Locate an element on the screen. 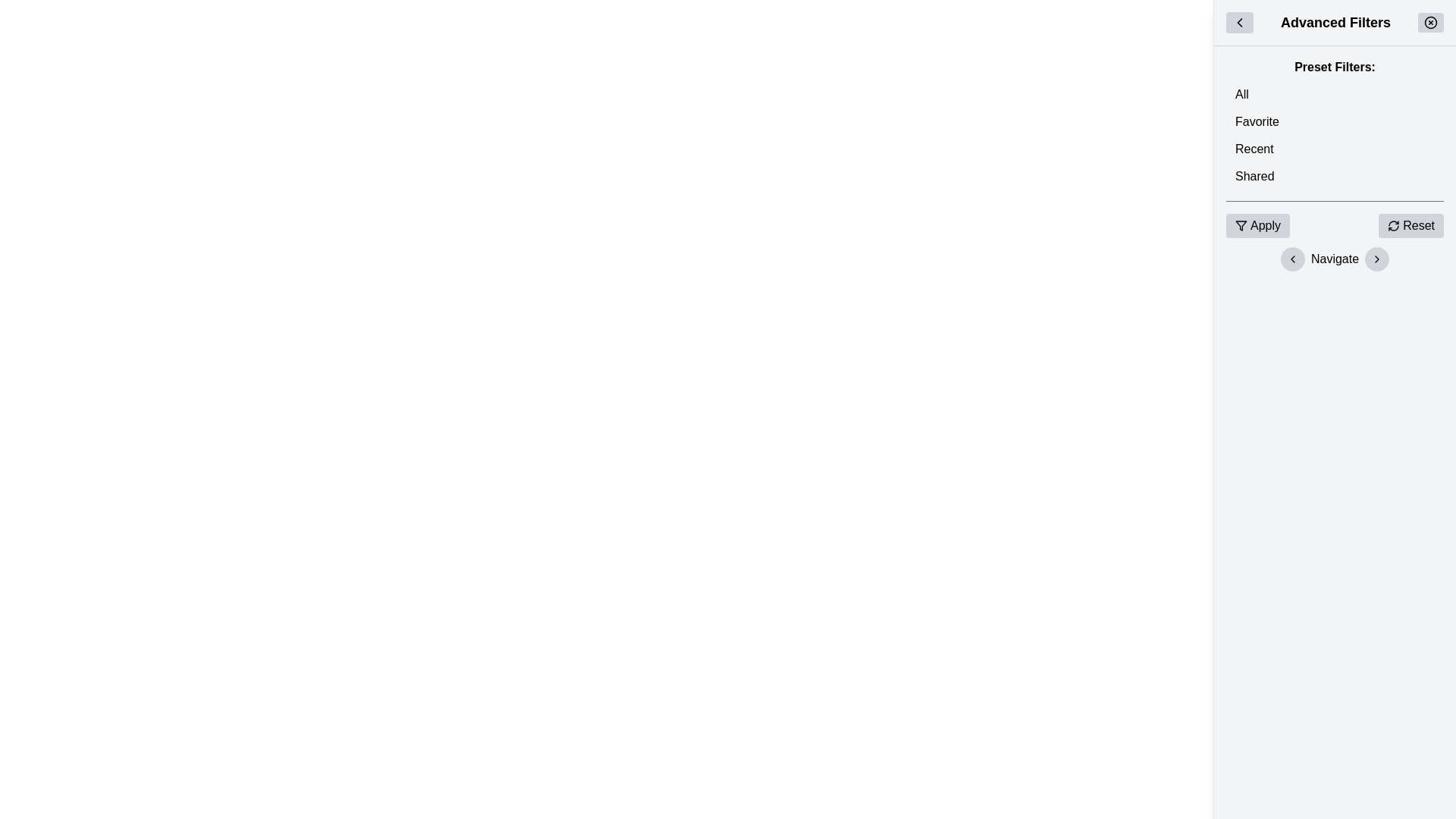 This screenshot has height=819, width=1456. the 'All' button located at the top of the 'Preset Filters' section in the right sidebar is located at coordinates (1335, 94).